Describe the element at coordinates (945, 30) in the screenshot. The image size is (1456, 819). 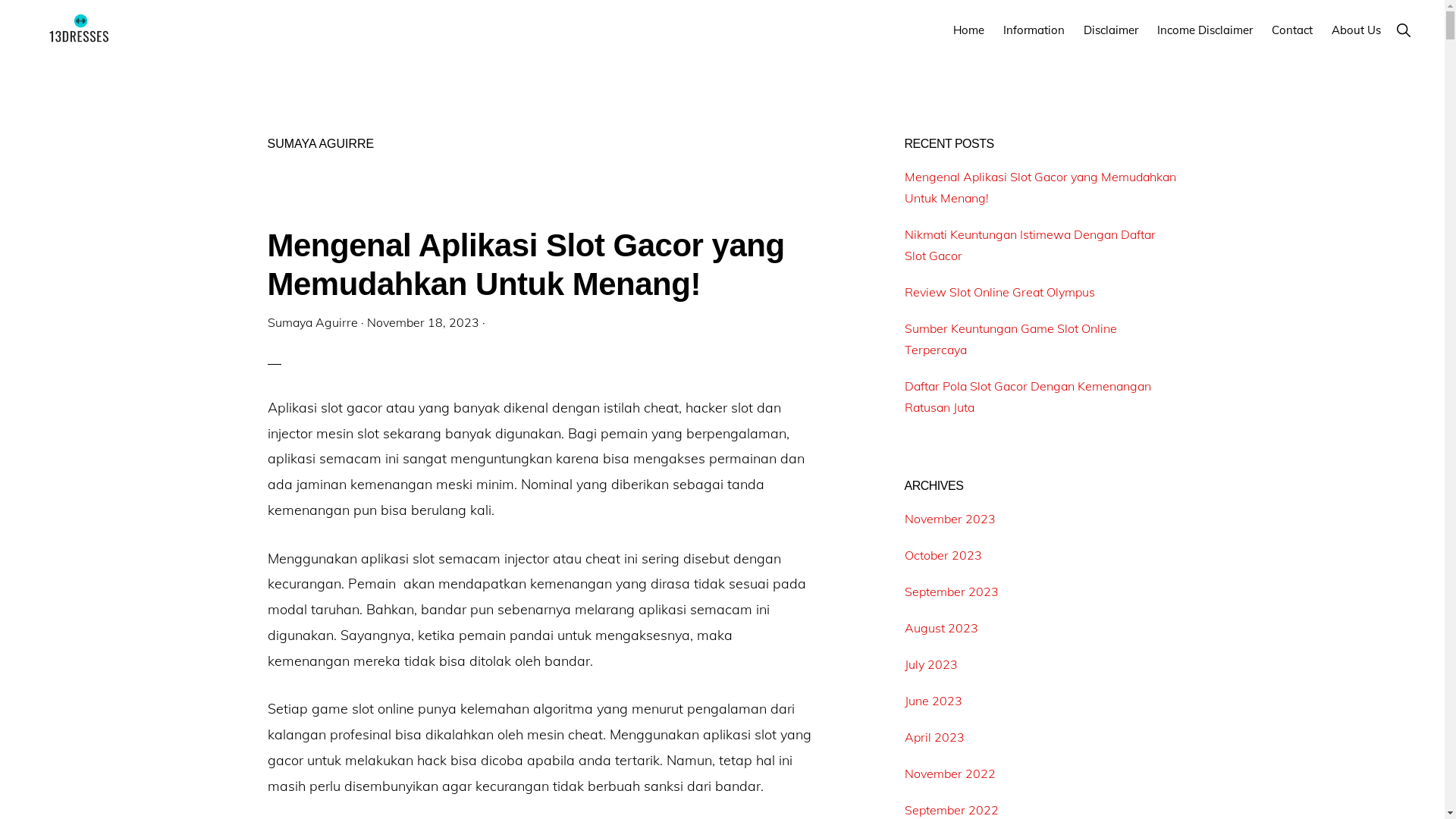
I see `'Home'` at that location.